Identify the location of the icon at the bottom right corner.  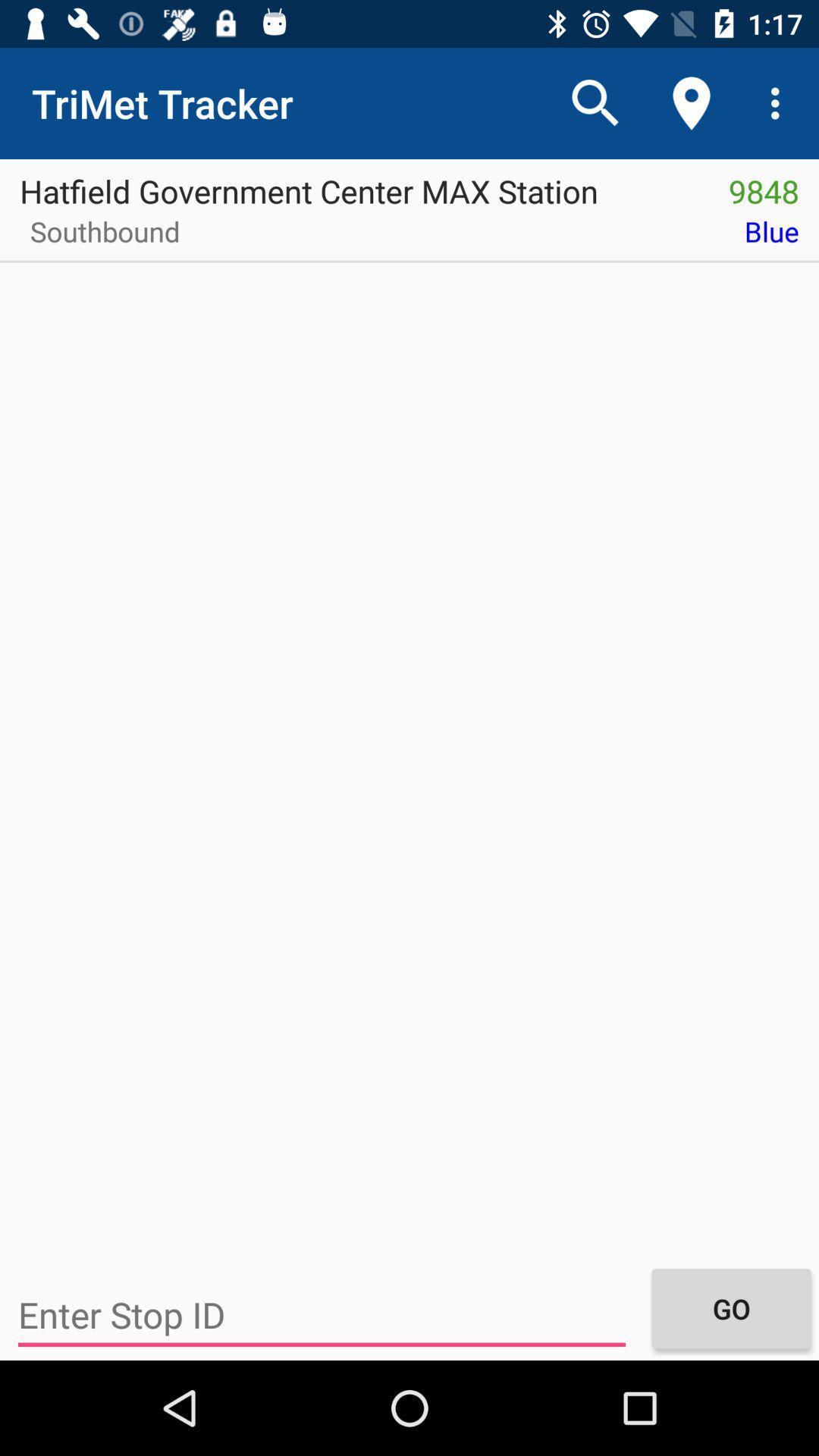
(730, 1307).